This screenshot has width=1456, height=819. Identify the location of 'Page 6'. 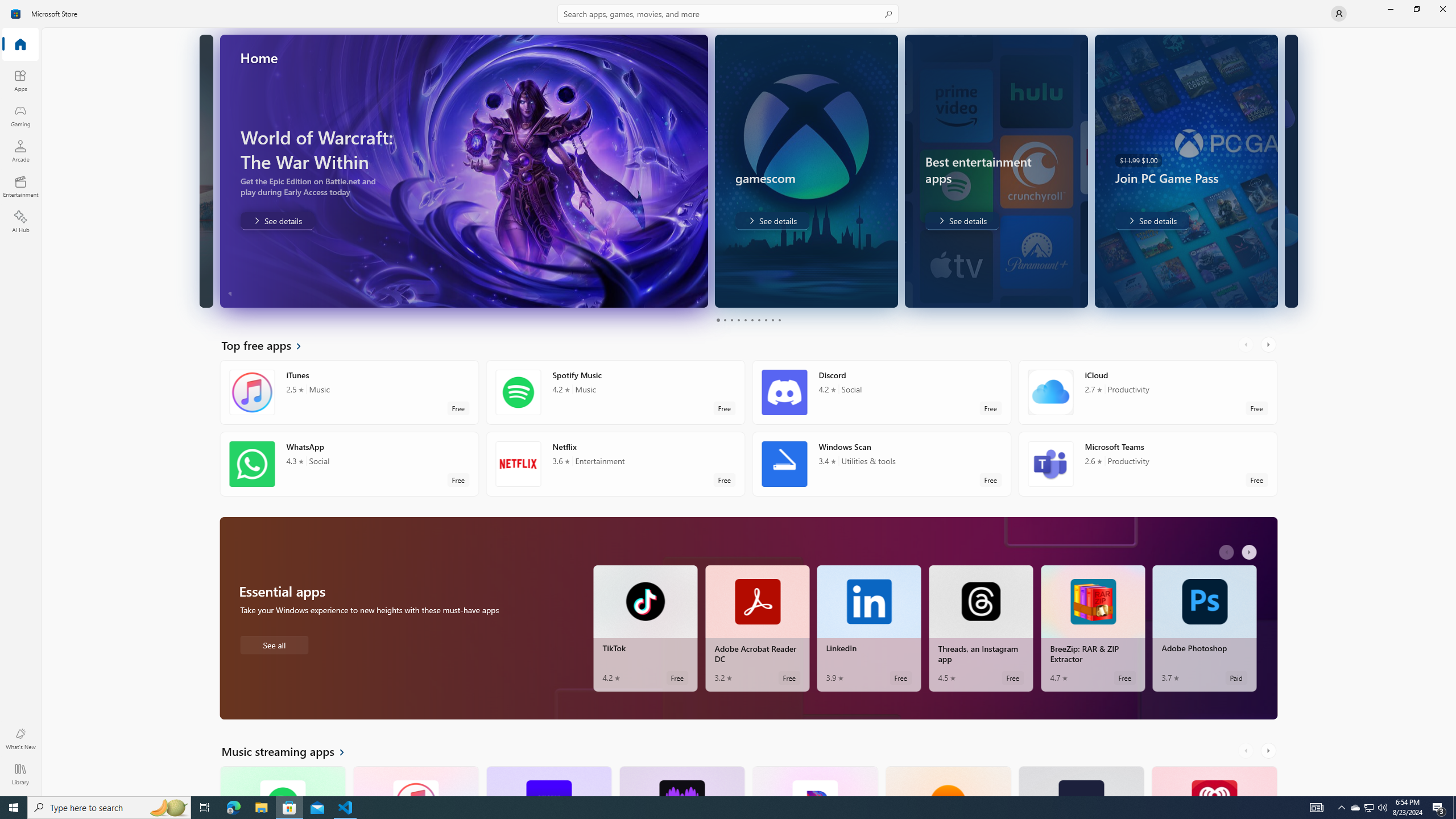
(751, 320).